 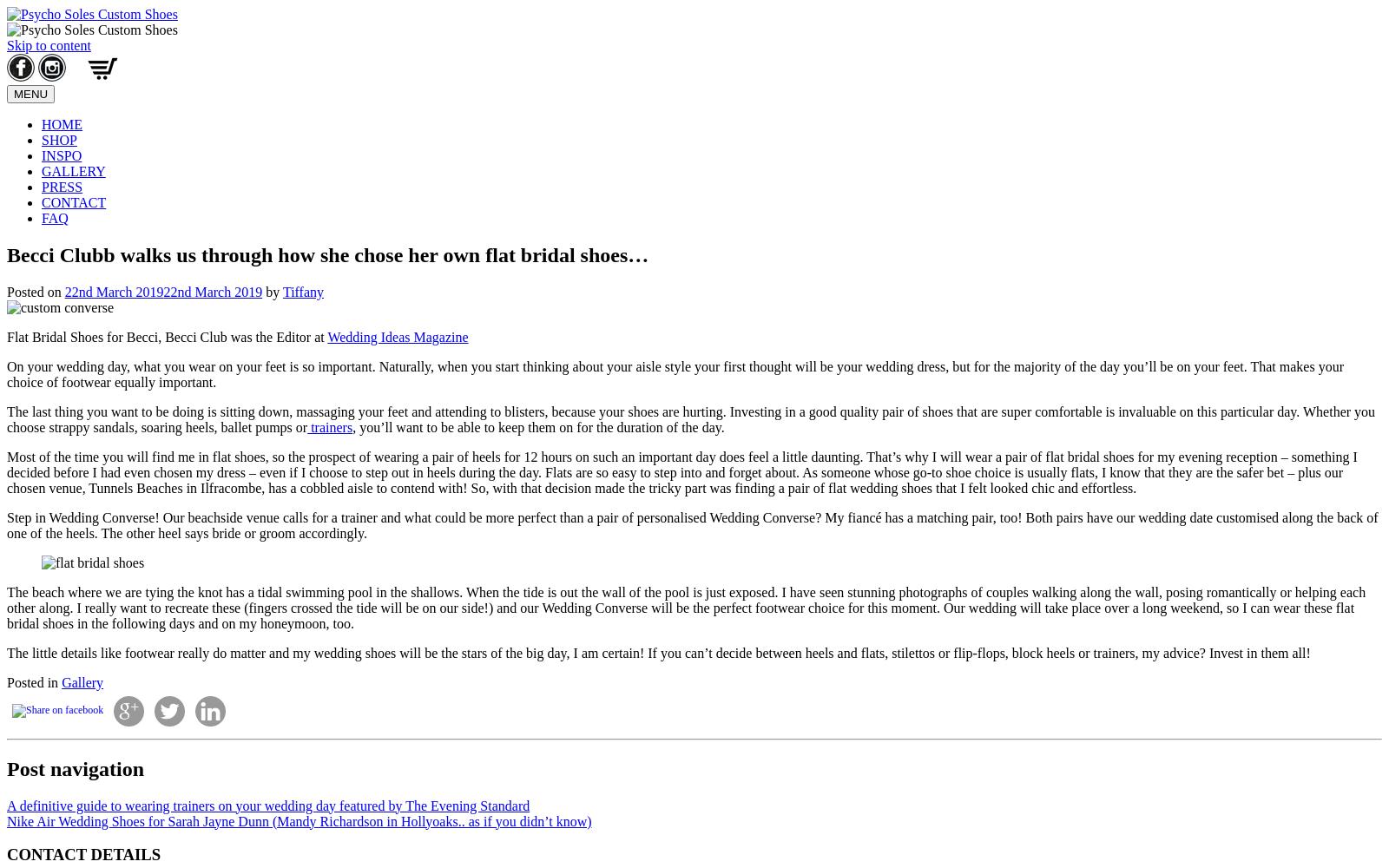 What do you see at coordinates (299, 819) in the screenshot?
I see `'Nike Air Wedding Shoes for Sarah Jayne Dunn (Mandy Richardson in Hollyoaks.. as if you didn’t know)'` at bounding box center [299, 819].